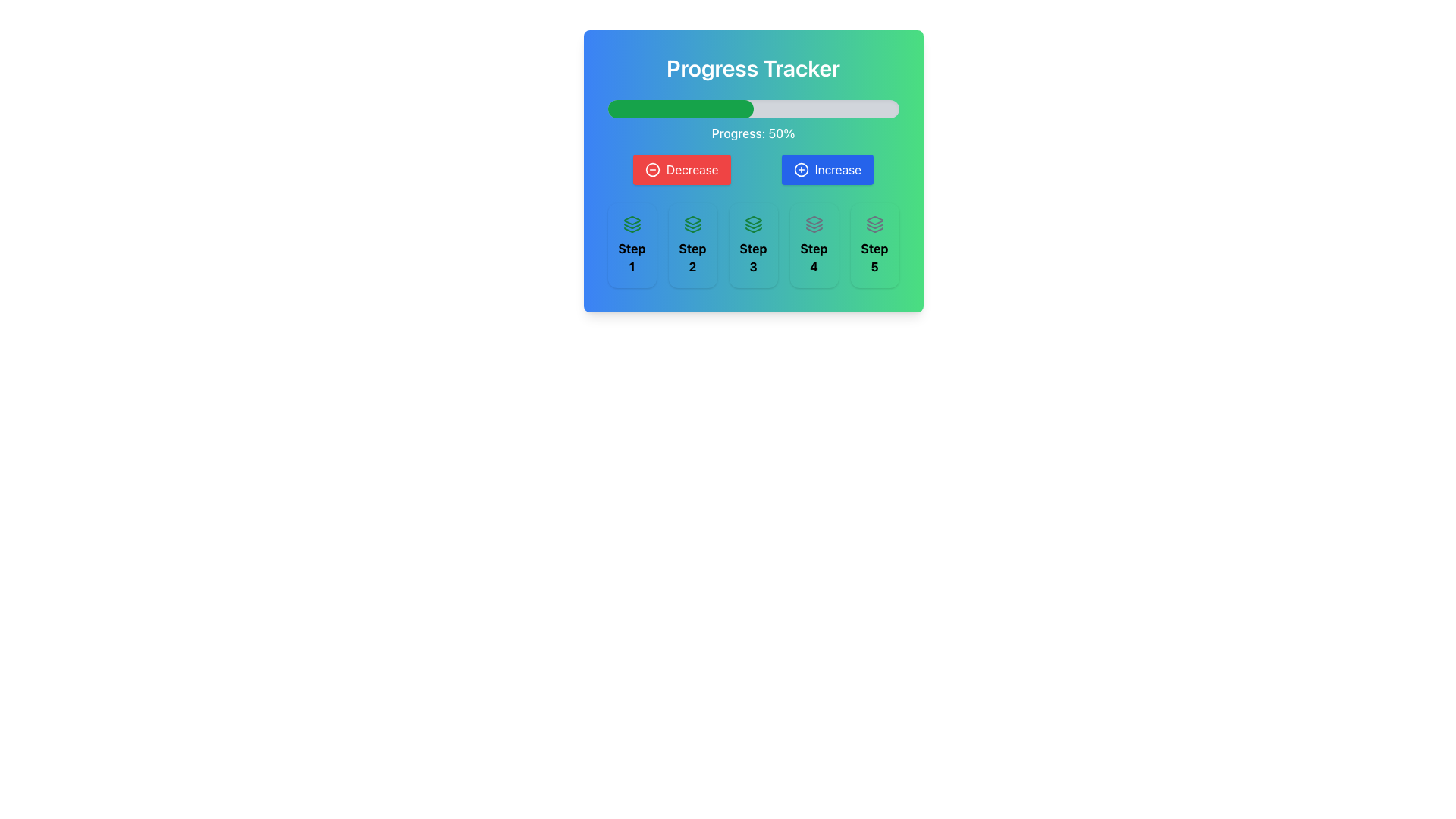 The width and height of the screenshot is (1456, 819). What do you see at coordinates (681, 169) in the screenshot?
I see `the leftmost button in the pair that decreases the progress level, located below the progress bar labeled 'Progress: 50%'` at bounding box center [681, 169].